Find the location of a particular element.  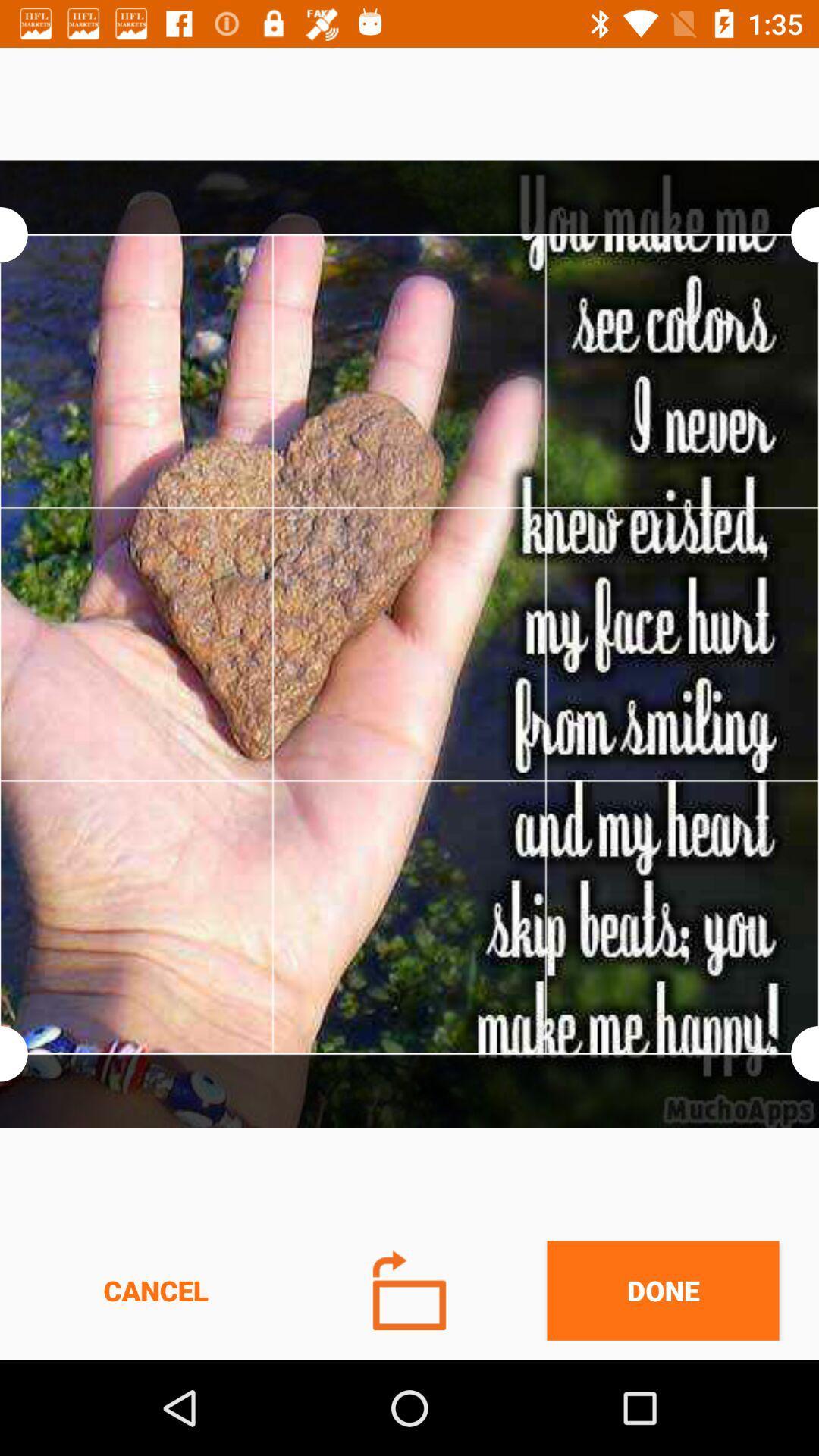

button next to the cancel icon is located at coordinates (409, 1289).